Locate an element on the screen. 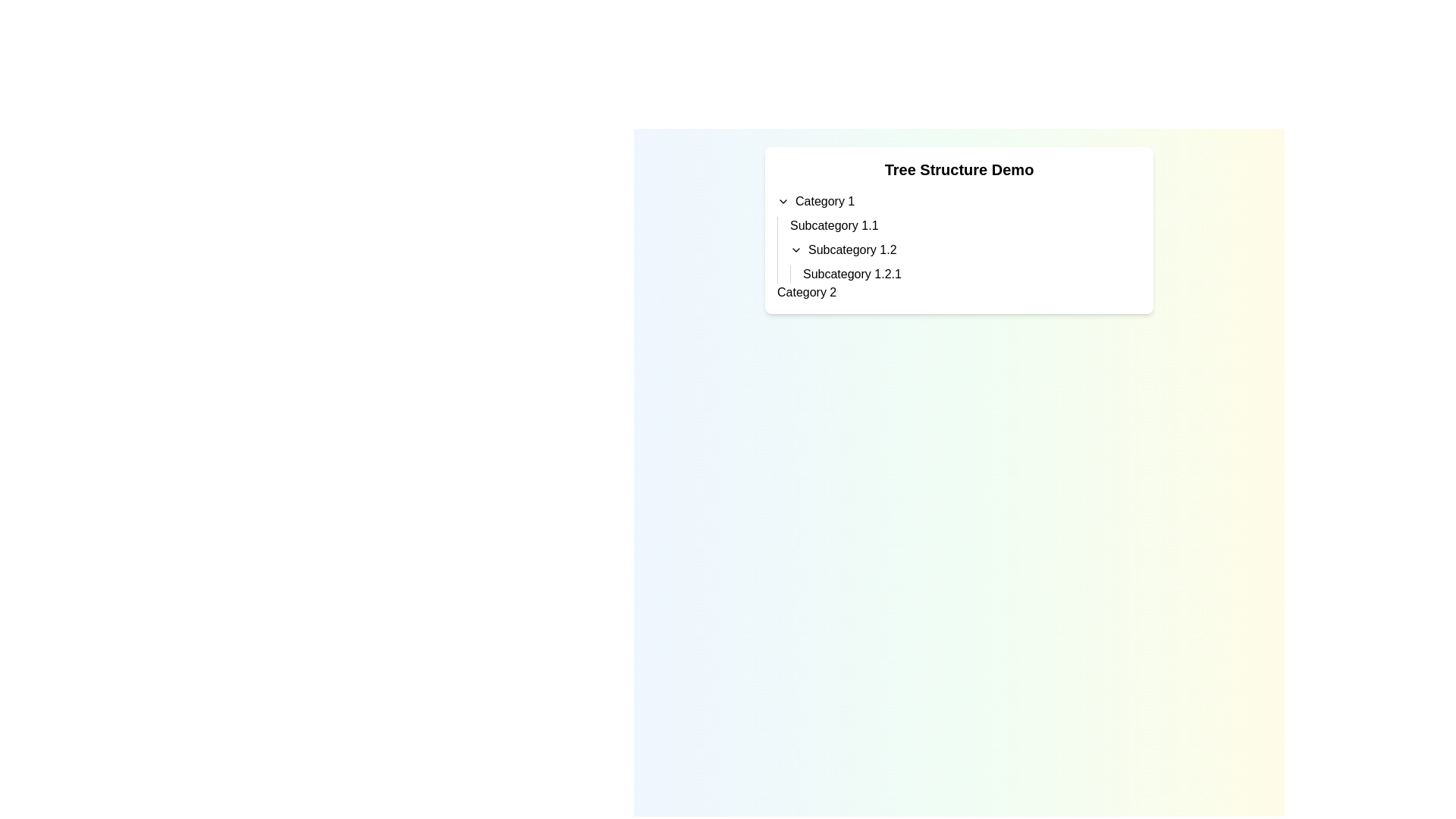 The image size is (1456, 819). the text label element reading 'Subcategory 1.2' which is part of a hierarchical tree structure in the interface is located at coordinates (852, 249).